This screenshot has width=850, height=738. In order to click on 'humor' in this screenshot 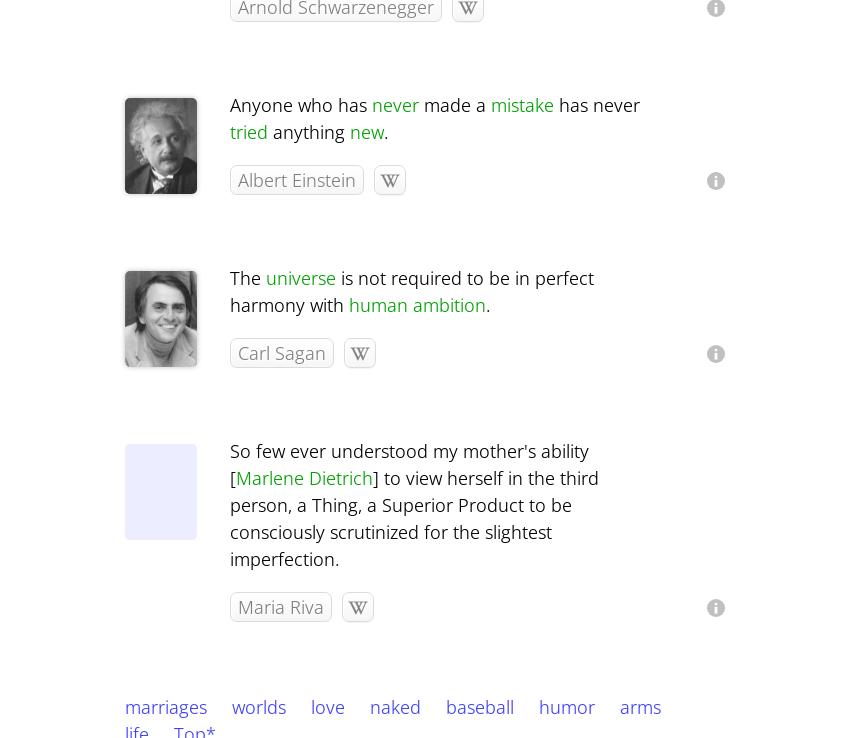, I will do `click(567, 707)`.